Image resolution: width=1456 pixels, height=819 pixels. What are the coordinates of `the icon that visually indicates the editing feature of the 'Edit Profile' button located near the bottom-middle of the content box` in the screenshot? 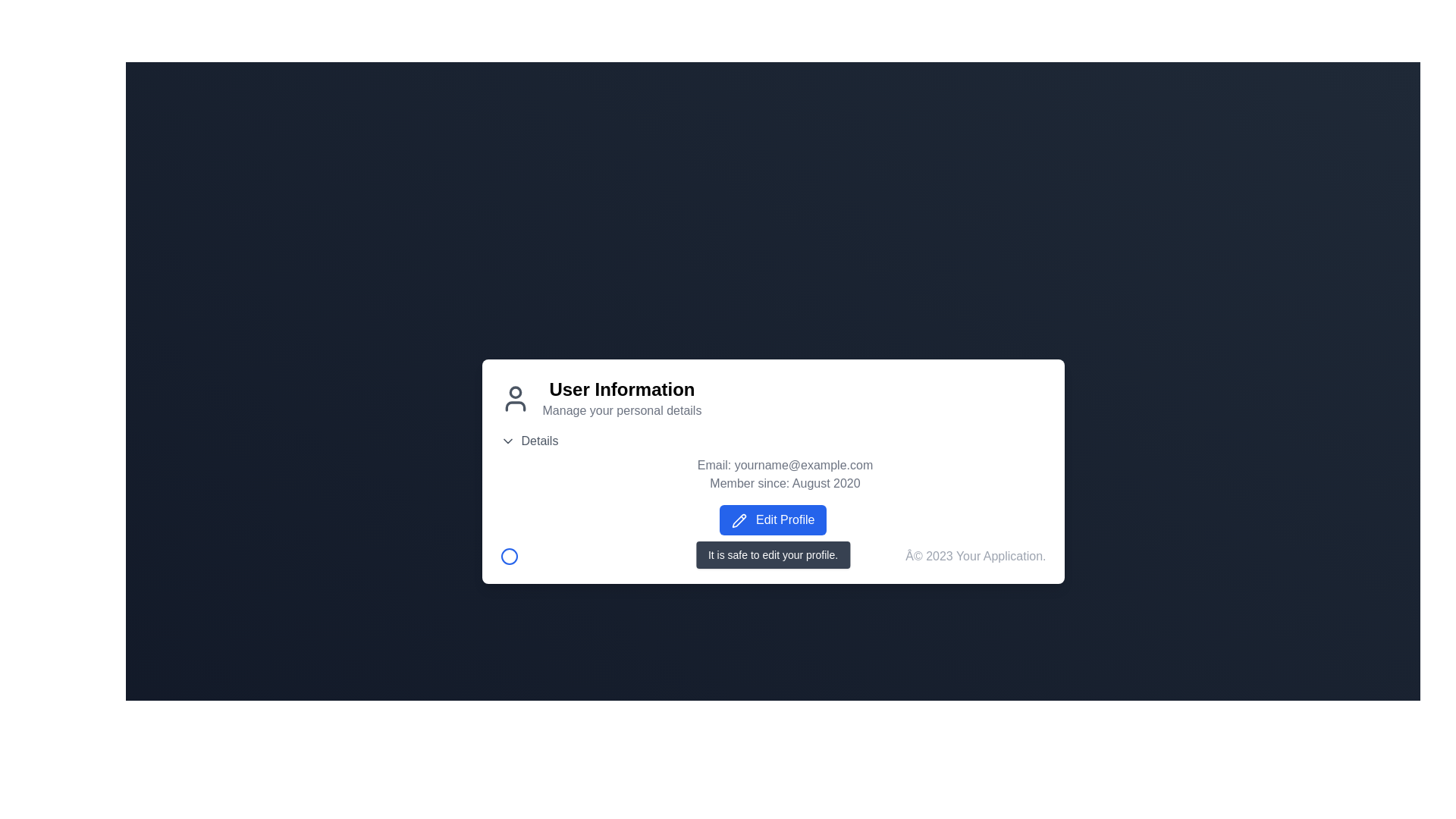 It's located at (739, 519).